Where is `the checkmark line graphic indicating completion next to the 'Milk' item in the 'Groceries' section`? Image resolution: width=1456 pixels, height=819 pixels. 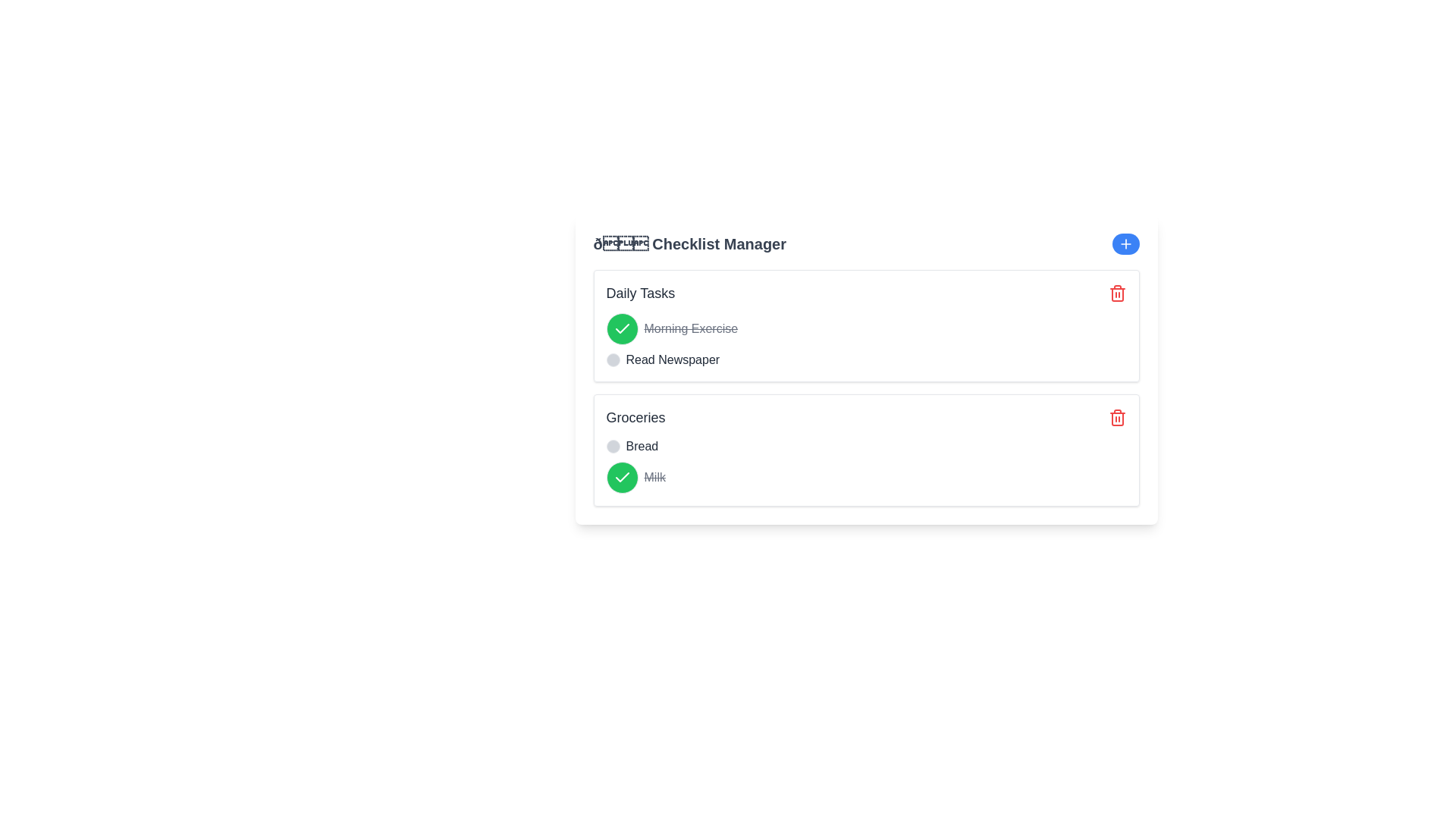
the checkmark line graphic indicating completion next to the 'Milk' item in the 'Groceries' section is located at coordinates (622, 328).